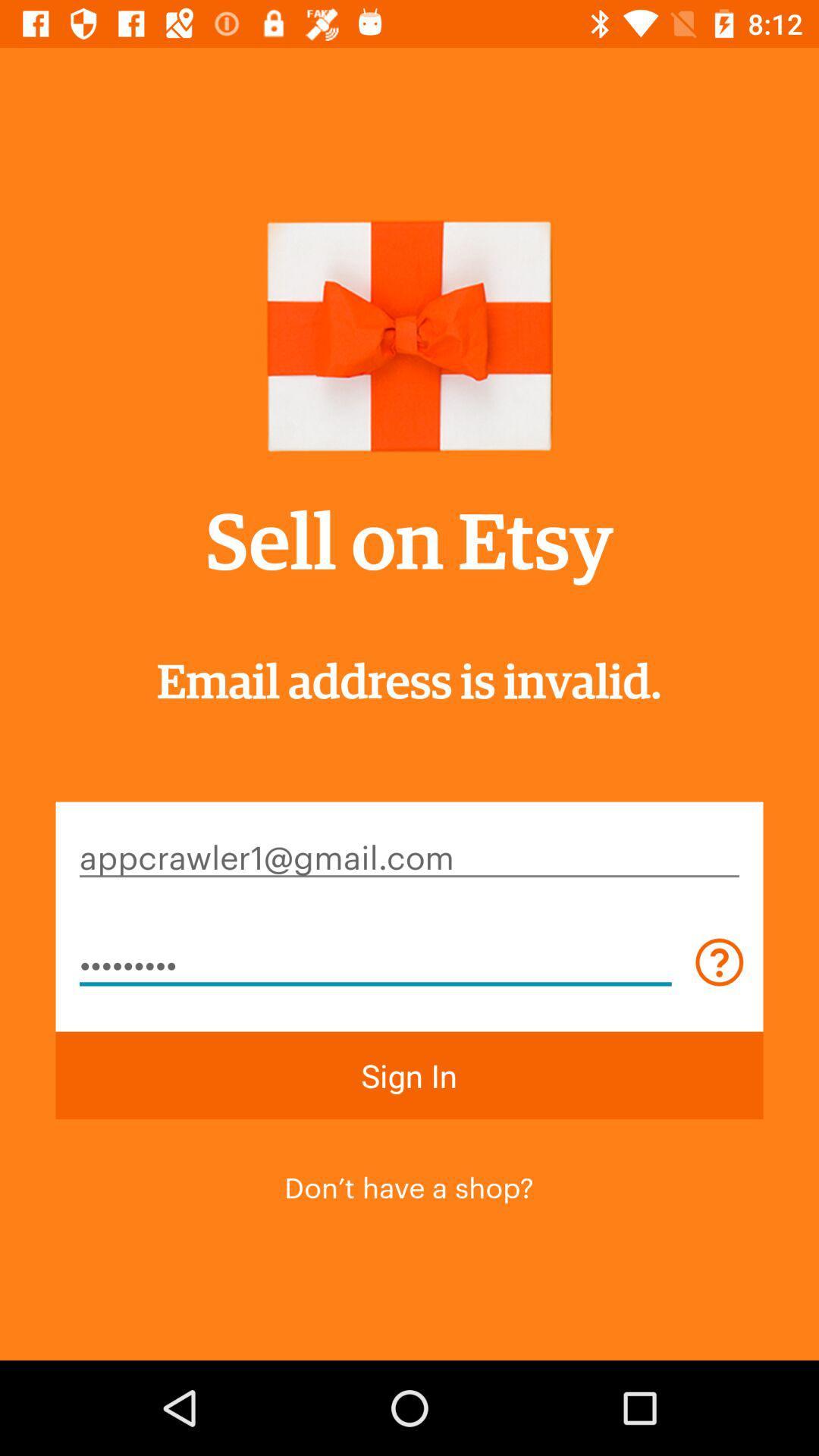  Describe the element at coordinates (375, 961) in the screenshot. I see `icon above sign in icon` at that location.